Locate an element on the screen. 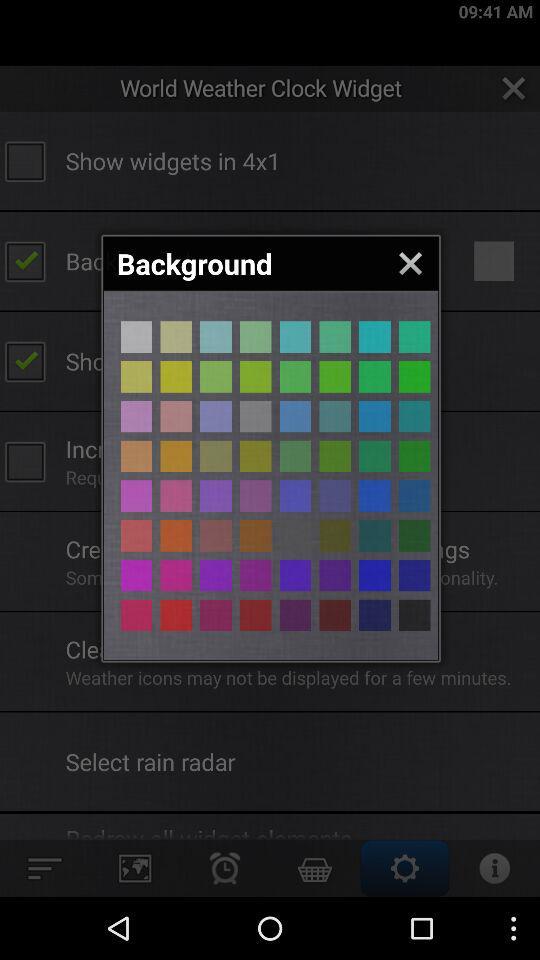  box is located at coordinates (374, 337).